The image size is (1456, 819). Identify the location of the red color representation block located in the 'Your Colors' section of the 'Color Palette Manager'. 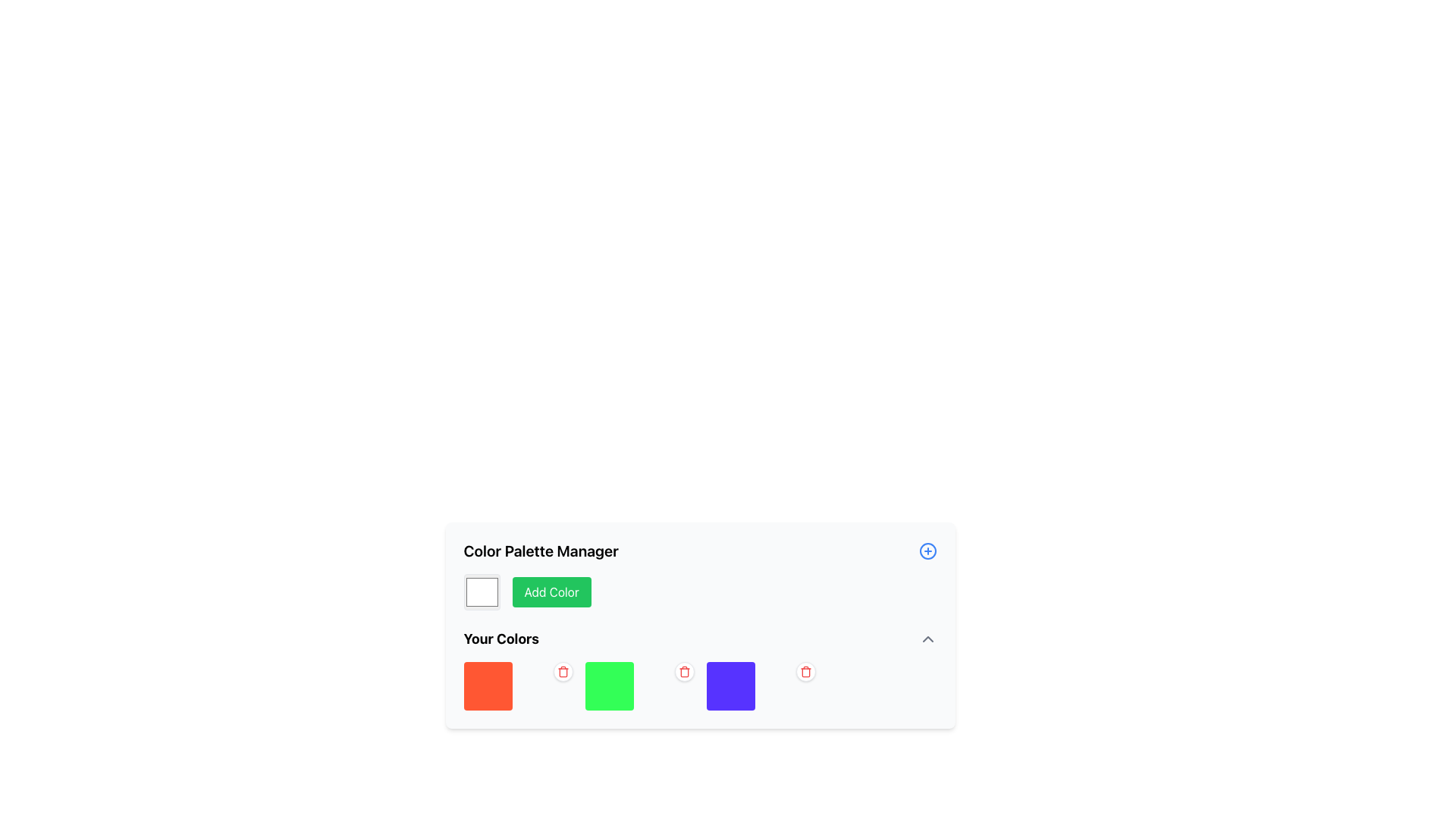
(488, 686).